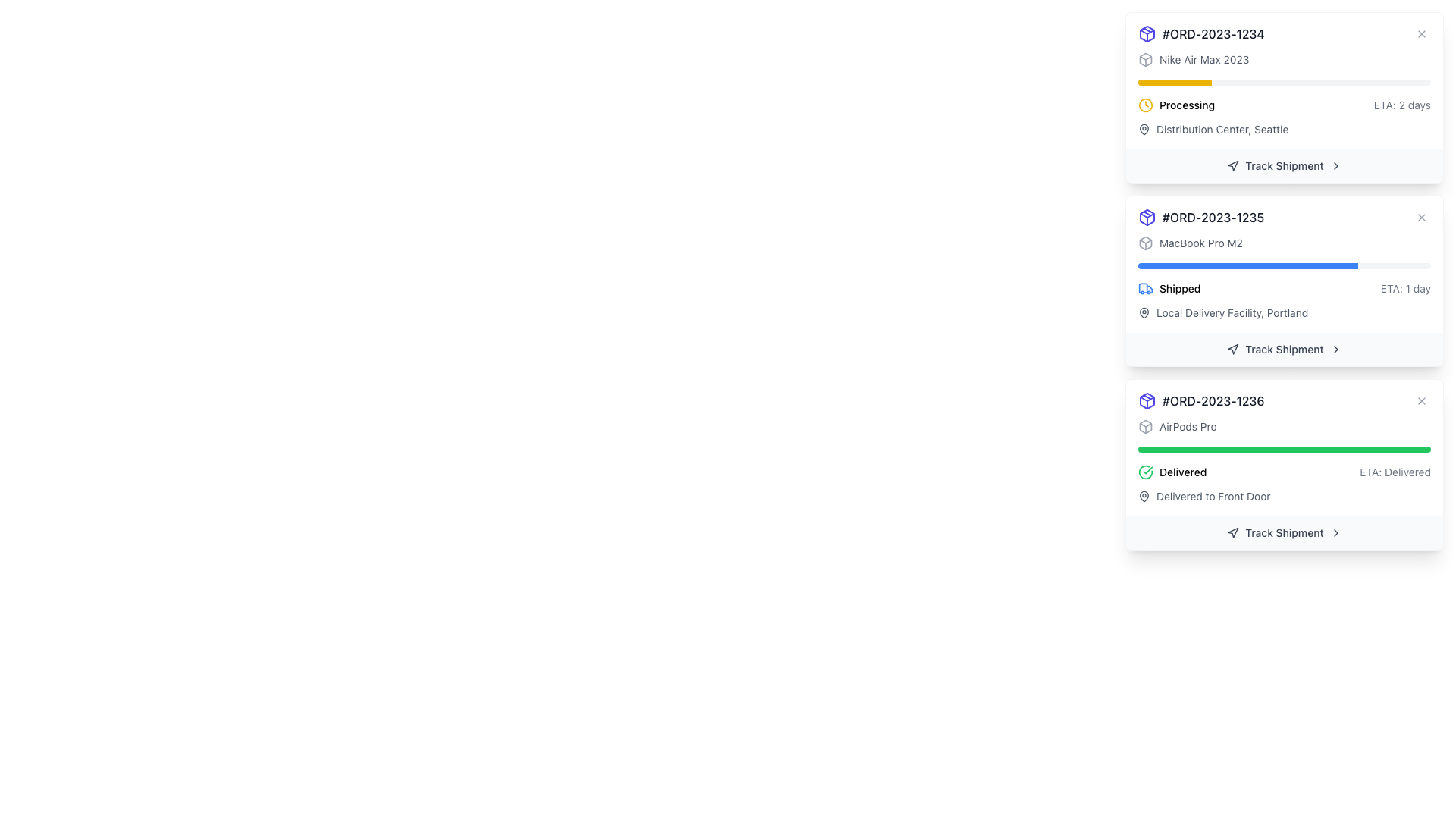 Image resolution: width=1456 pixels, height=819 pixels. What do you see at coordinates (1222, 128) in the screenshot?
I see `the Text Label reading 'Distribution Center, Seattle', which is styled in gray and positioned below the yellow progress bar and beside a location icon` at bounding box center [1222, 128].